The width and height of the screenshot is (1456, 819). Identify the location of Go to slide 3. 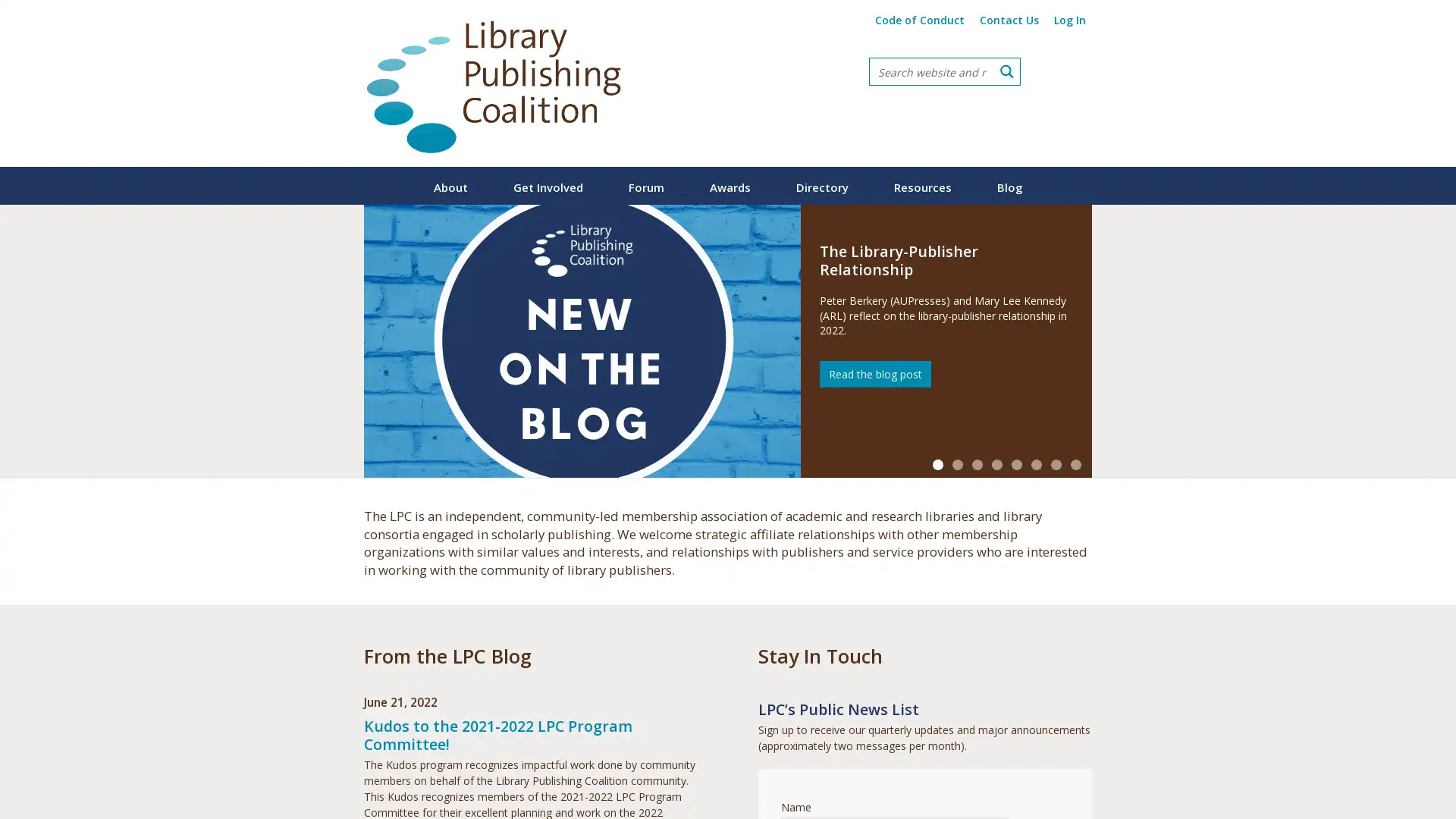
(977, 464).